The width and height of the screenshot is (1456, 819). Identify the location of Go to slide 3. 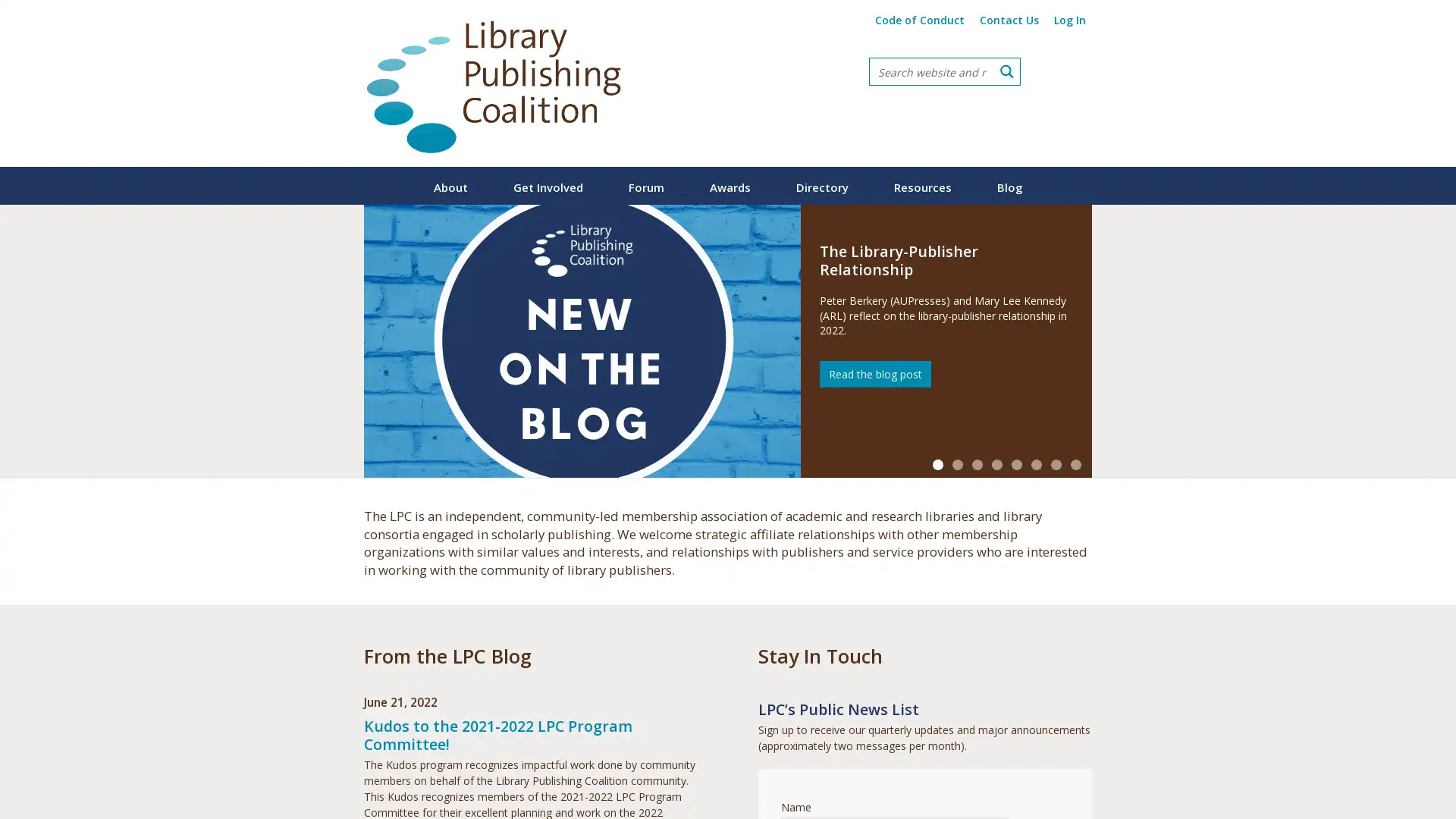
(977, 464).